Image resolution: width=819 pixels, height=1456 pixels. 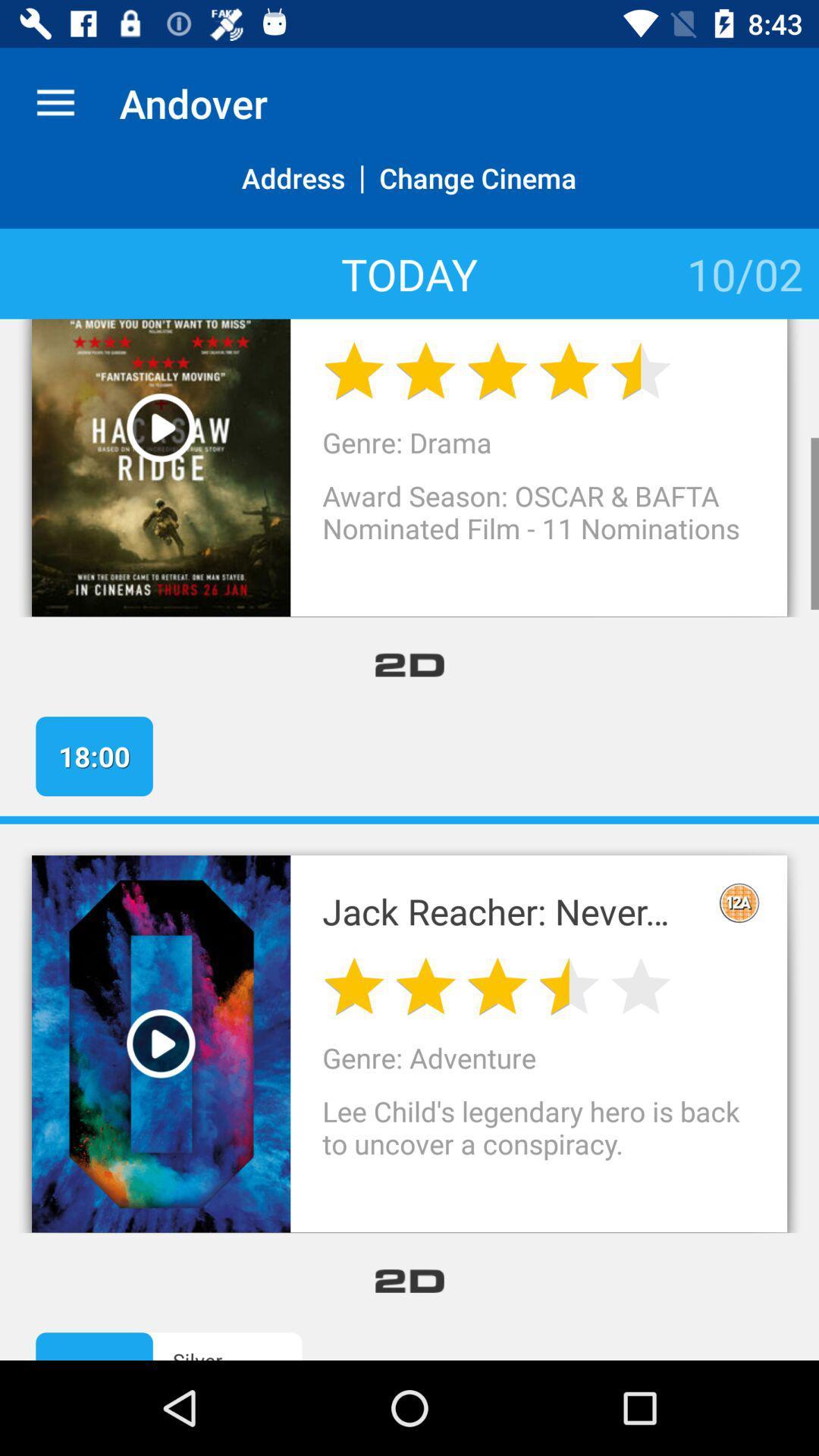 I want to click on the video, so click(x=161, y=1042).